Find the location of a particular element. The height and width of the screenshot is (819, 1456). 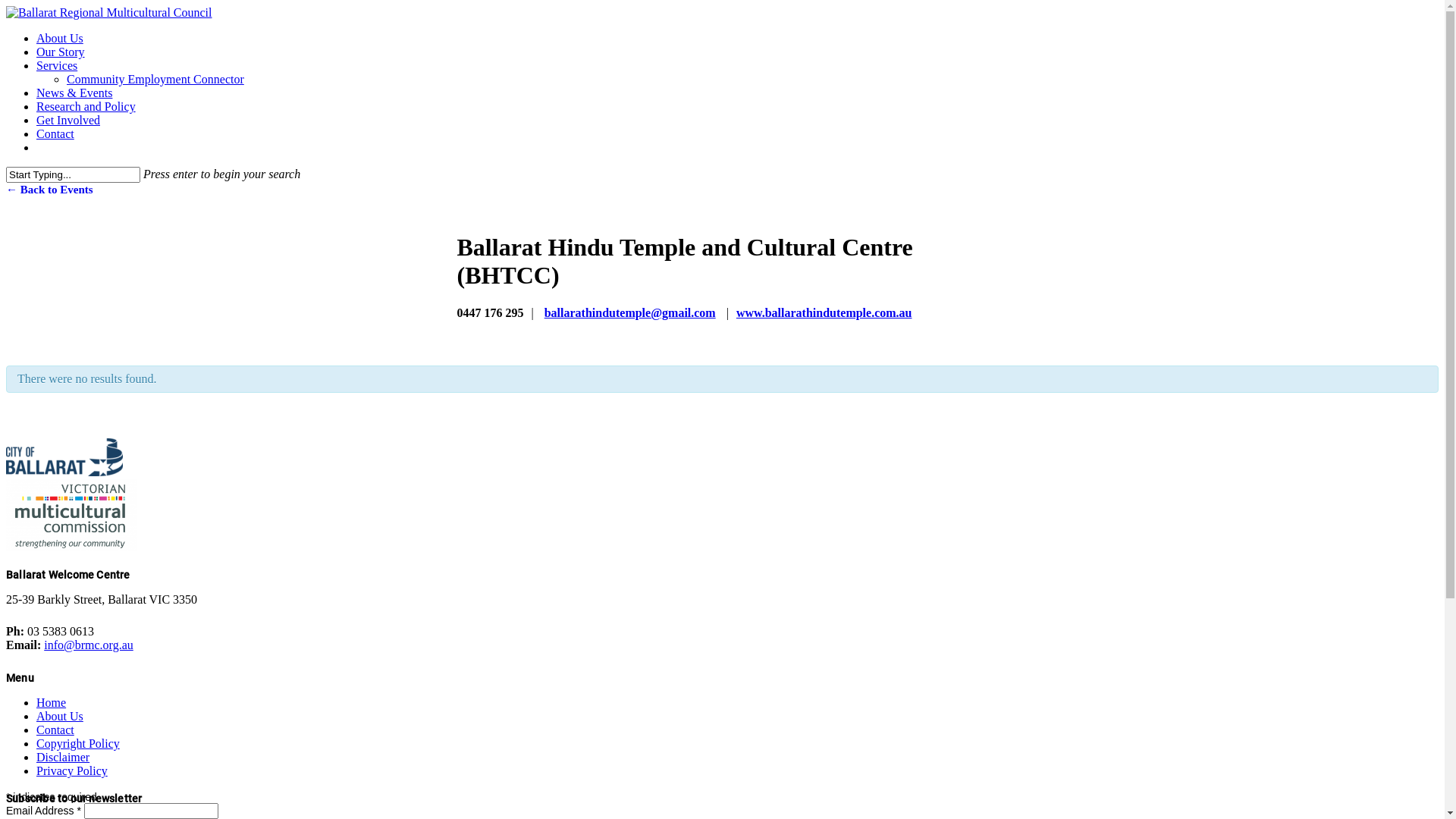

'Privacy Policy' is located at coordinates (36, 770).